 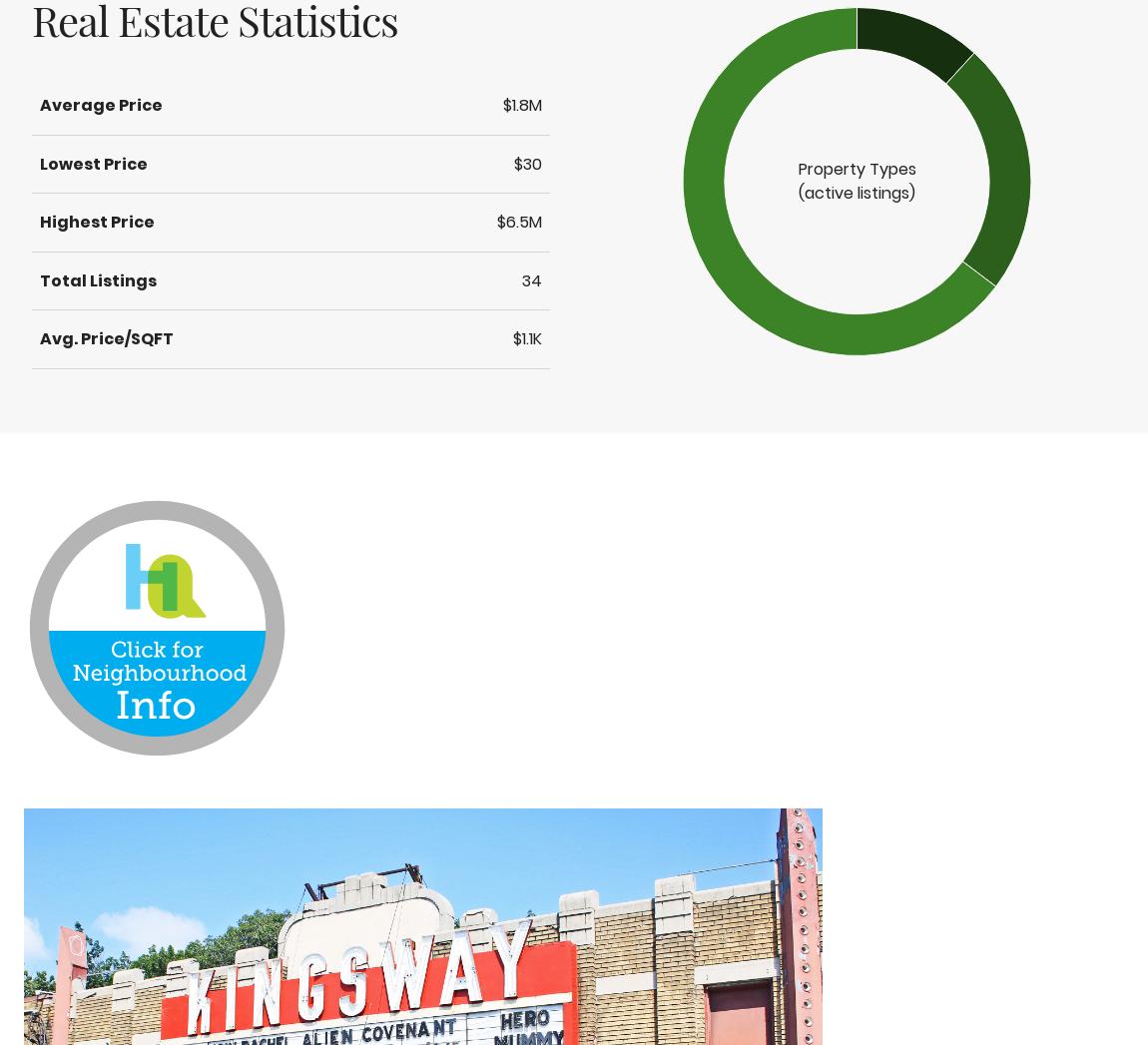 I want to click on 'Average Price', so click(x=100, y=104).